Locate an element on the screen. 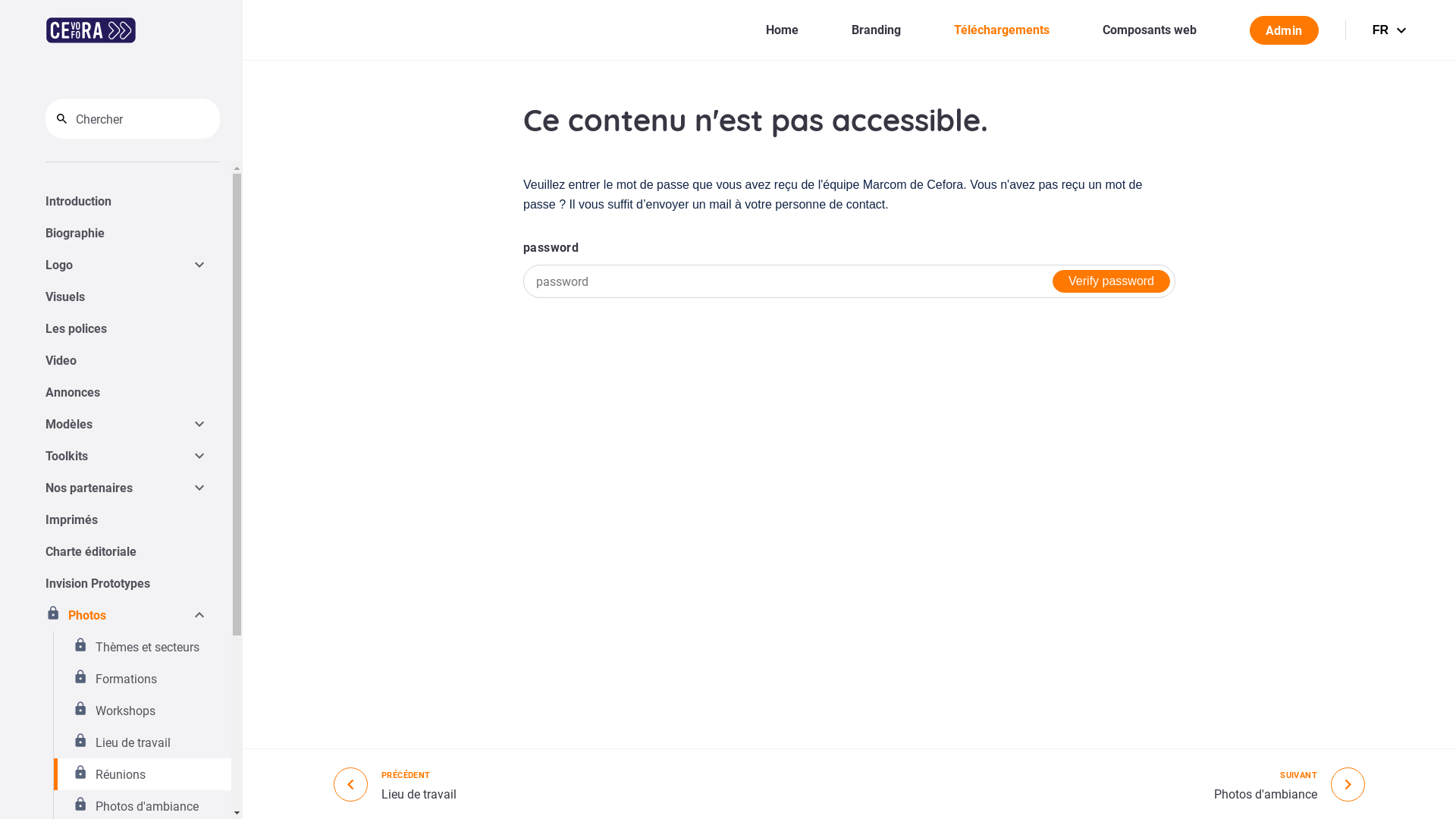  'Logo' is located at coordinates (117, 263).